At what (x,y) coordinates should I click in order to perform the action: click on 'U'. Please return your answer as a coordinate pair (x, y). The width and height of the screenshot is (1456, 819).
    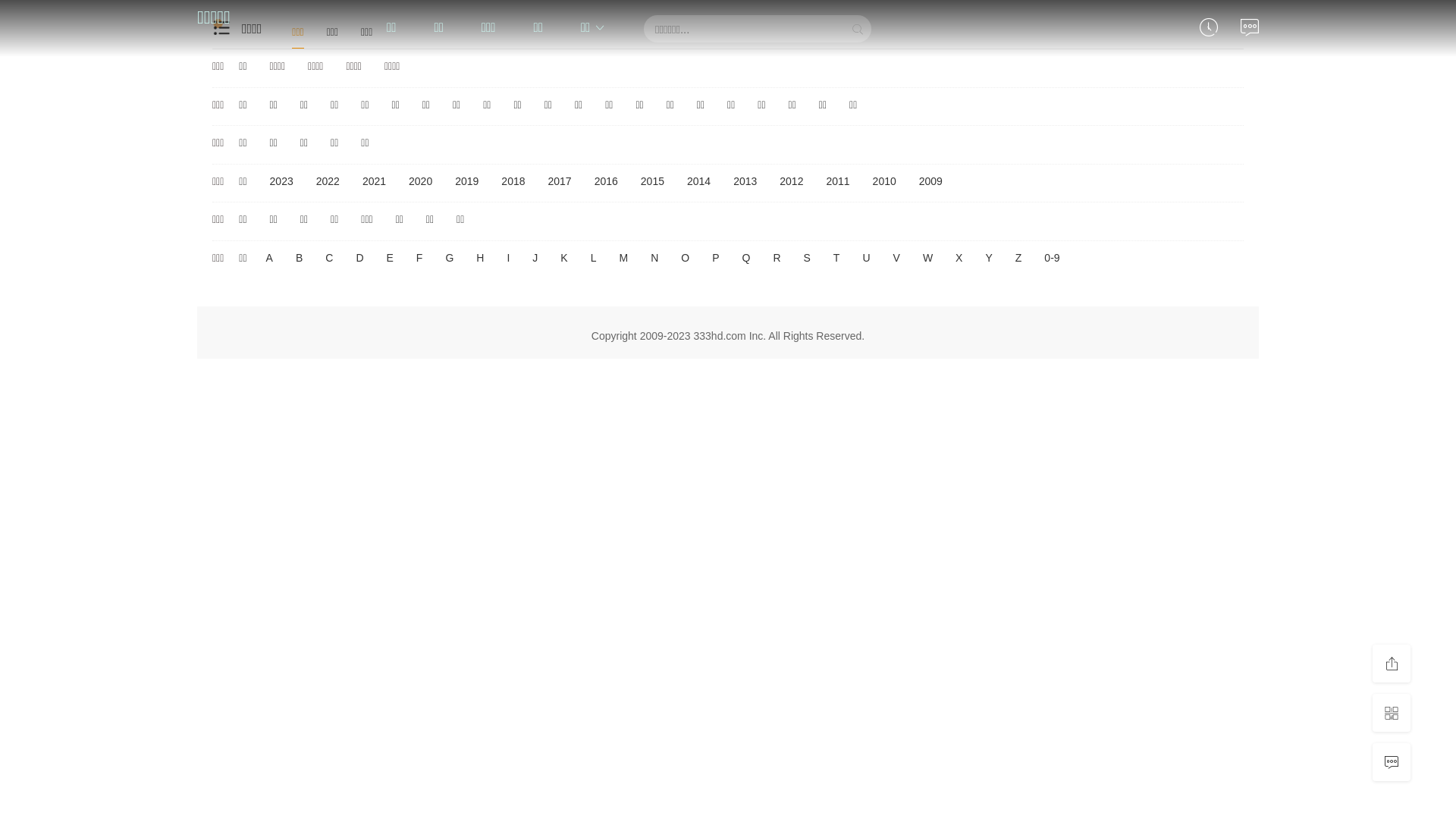
    Looking at the image, I should click on (866, 257).